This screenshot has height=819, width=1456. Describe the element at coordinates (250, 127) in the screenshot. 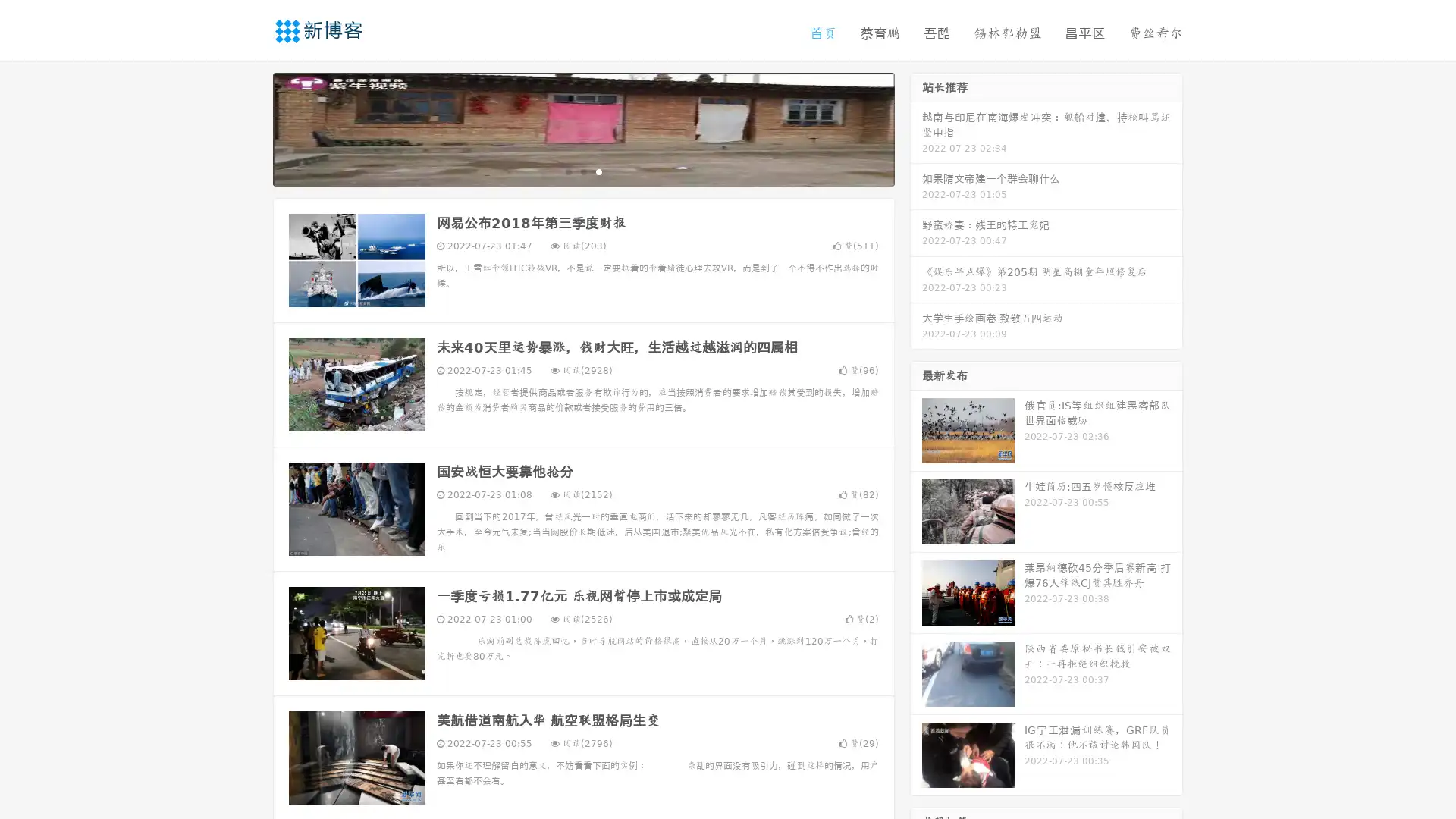

I see `Previous slide` at that location.